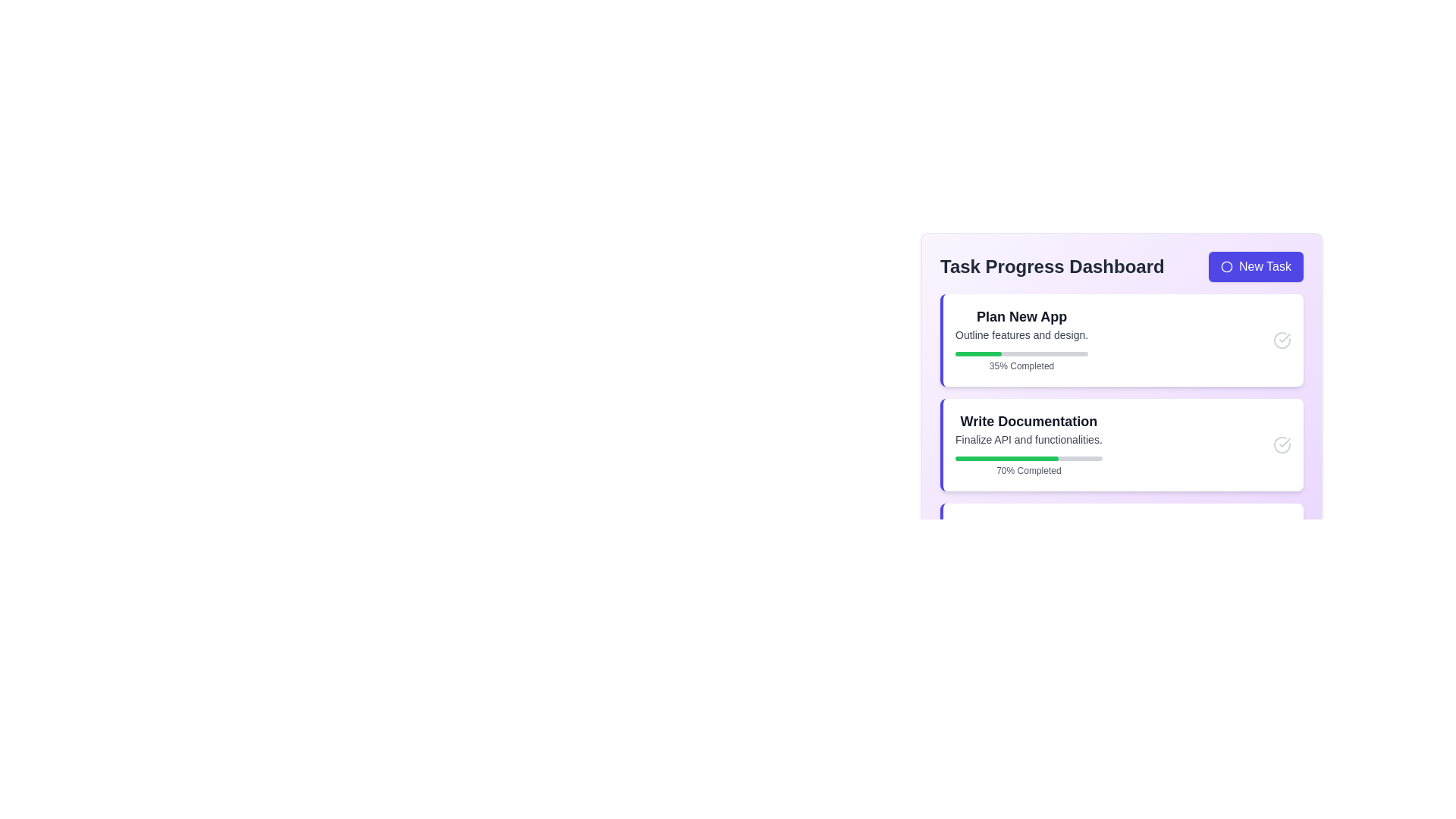 The width and height of the screenshot is (1456, 819). Describe the element at coordinates (1028, 421) in the screenshot. I see `text labeled 'Write Documentation' which is styled in bold and large dark gray font, positioned at the top of the task representation block` at that location.